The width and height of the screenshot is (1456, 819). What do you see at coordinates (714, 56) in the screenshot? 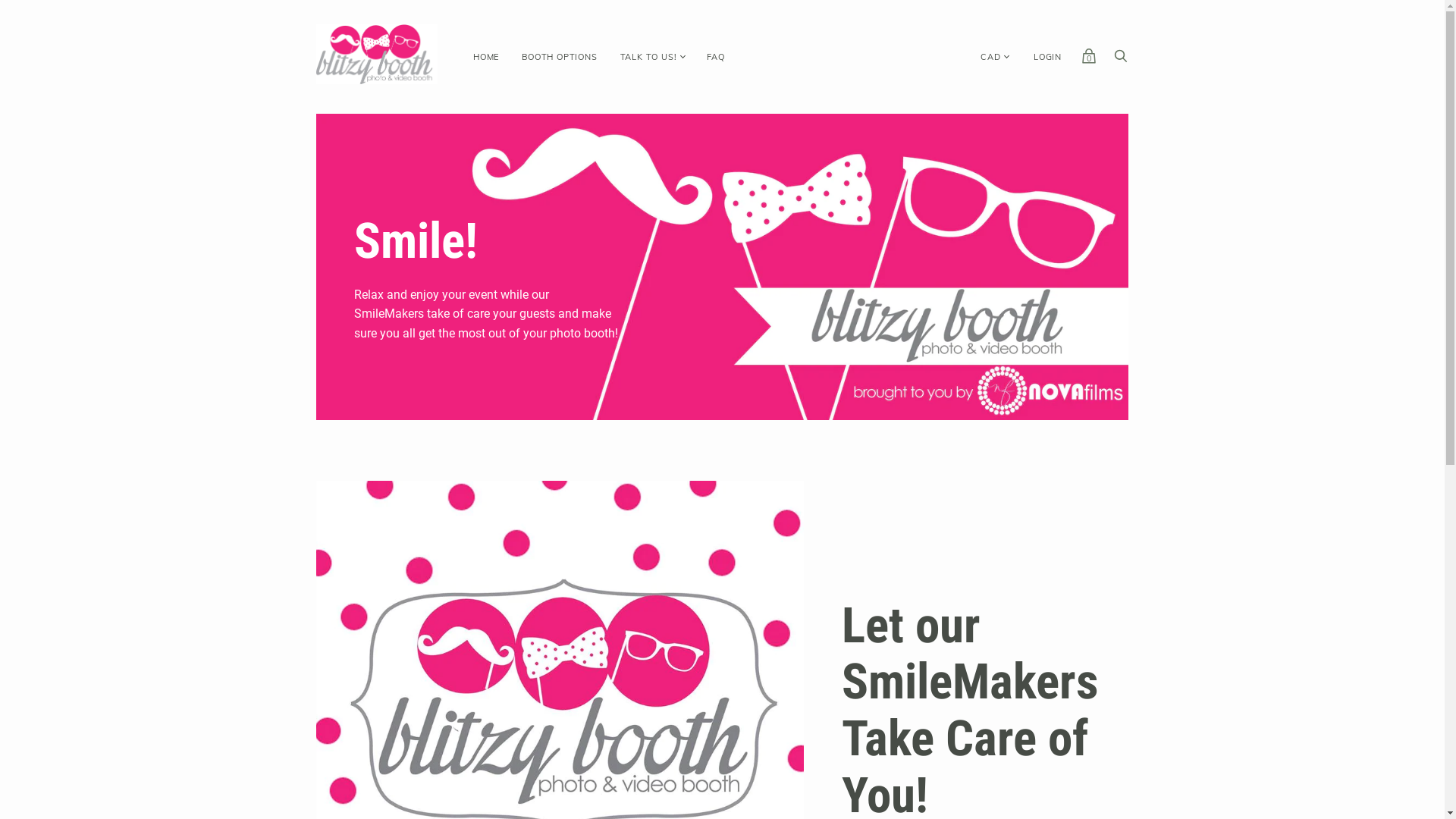
I see `'FAQ'` at bounding box center [714, 56].